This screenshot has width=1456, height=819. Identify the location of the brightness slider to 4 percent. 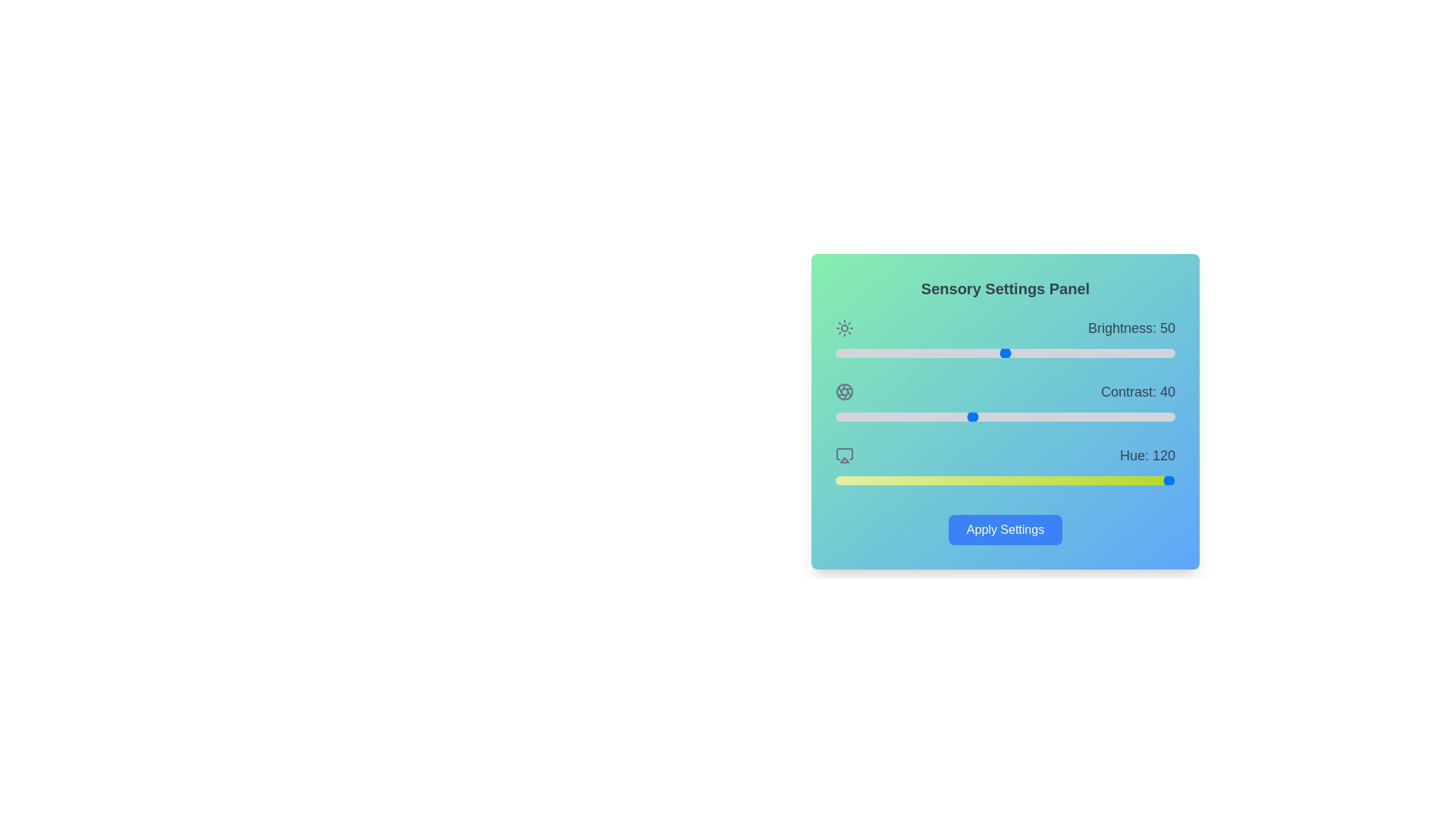
(848, 353).